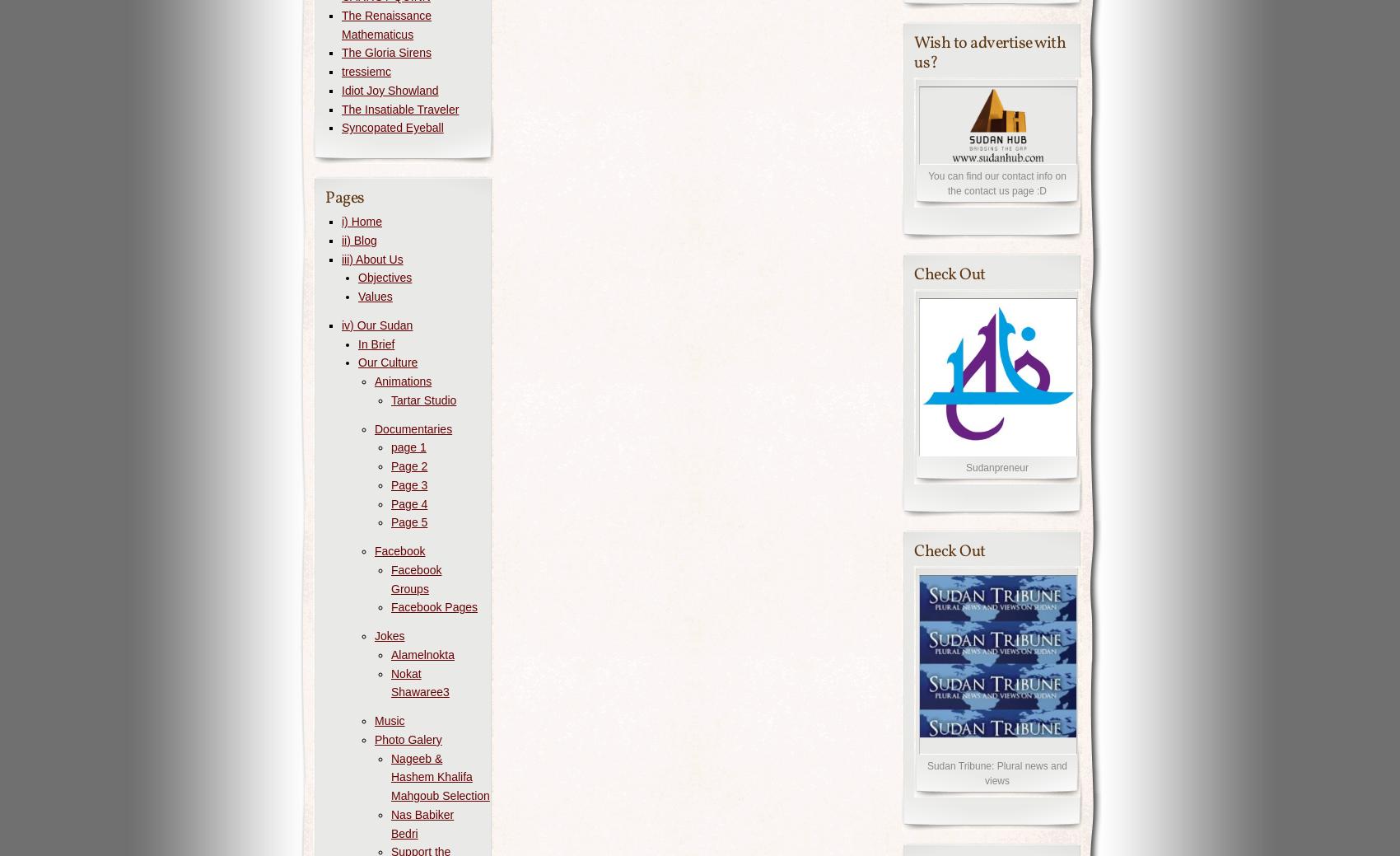 The width and height of the screenshot is (1400, 856). What do you see at coordinates (340, 127) in the screenshot?
I see `'Syncopated Eyeball'` at bounding box center [340, 127].